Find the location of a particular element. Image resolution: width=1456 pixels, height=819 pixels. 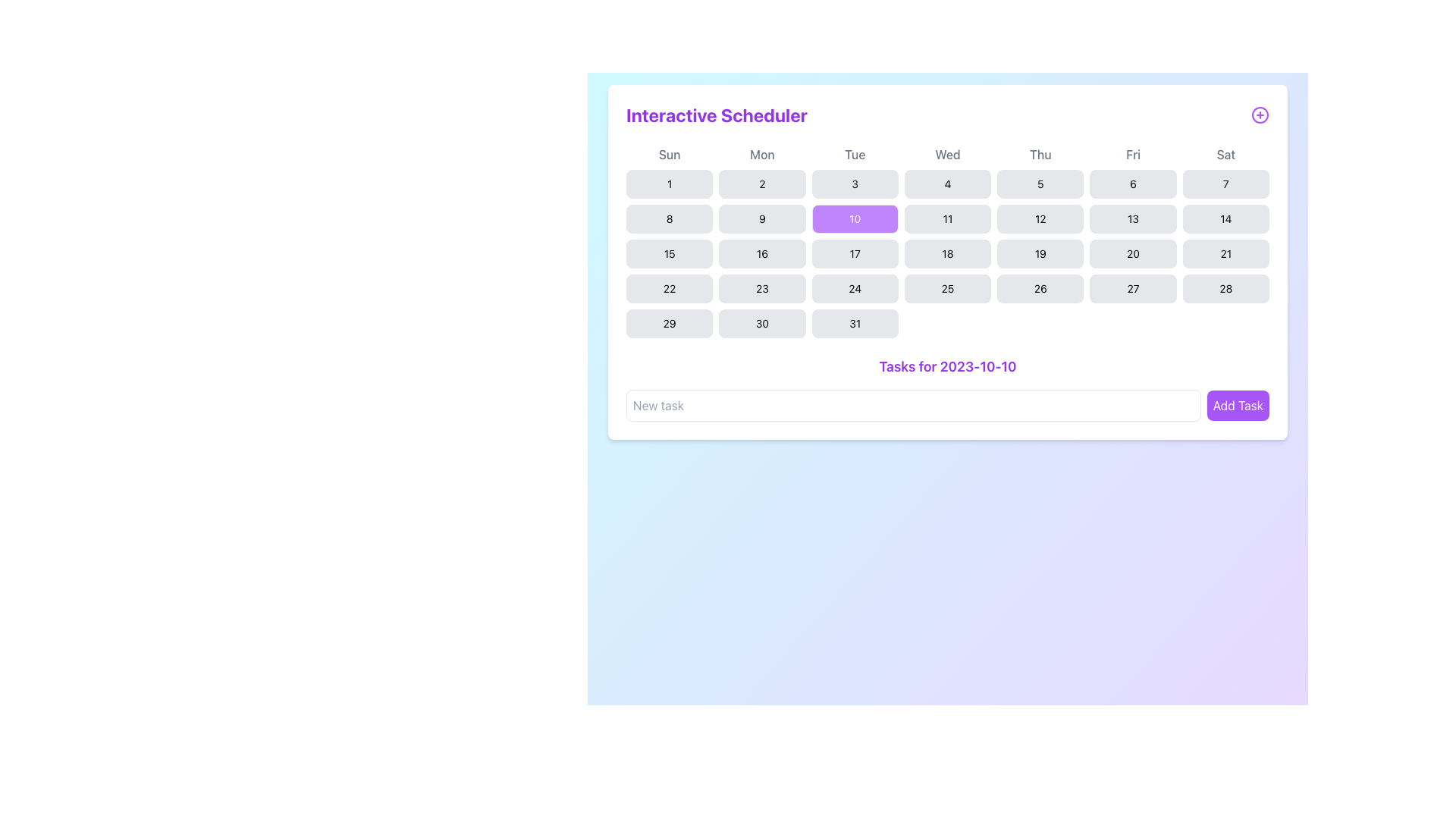

the rectangular button with rounded corners, labeled '8', located in the second row and first column of the calendar grid below 'Sun' is located at coordinates (669, 219).